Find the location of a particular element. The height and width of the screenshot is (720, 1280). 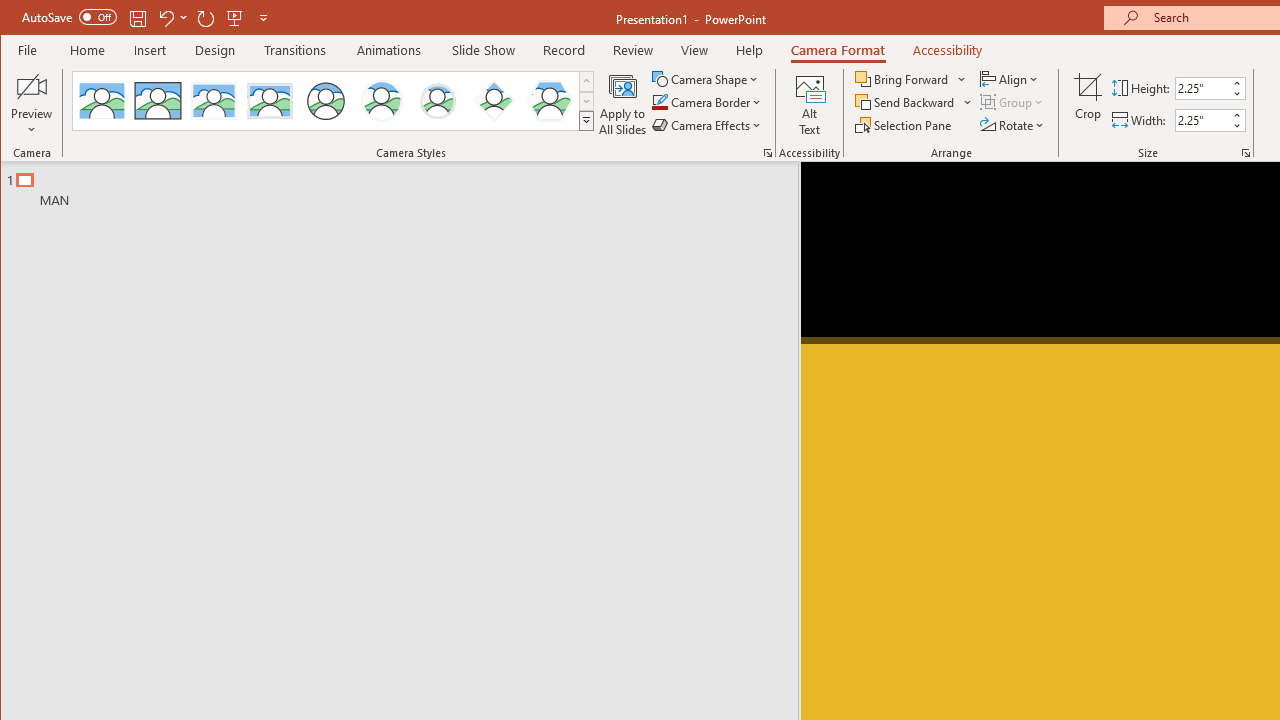

'Soft Edge Rectangle' is located at coordinates (269, 100).